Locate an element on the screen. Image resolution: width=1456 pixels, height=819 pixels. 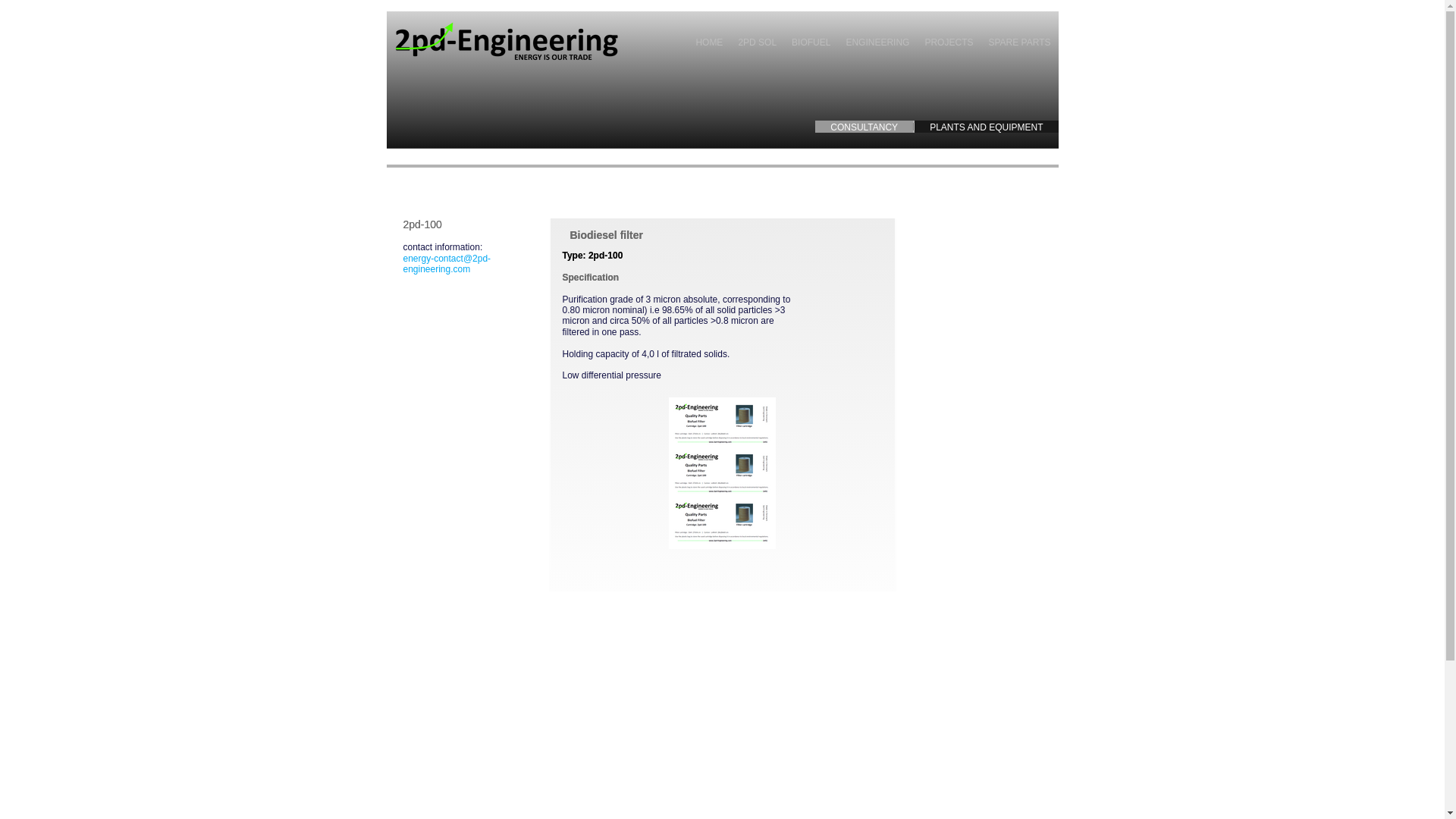
'energy-contact@2pd-engineering.com' is located at coordinates (403, 262).